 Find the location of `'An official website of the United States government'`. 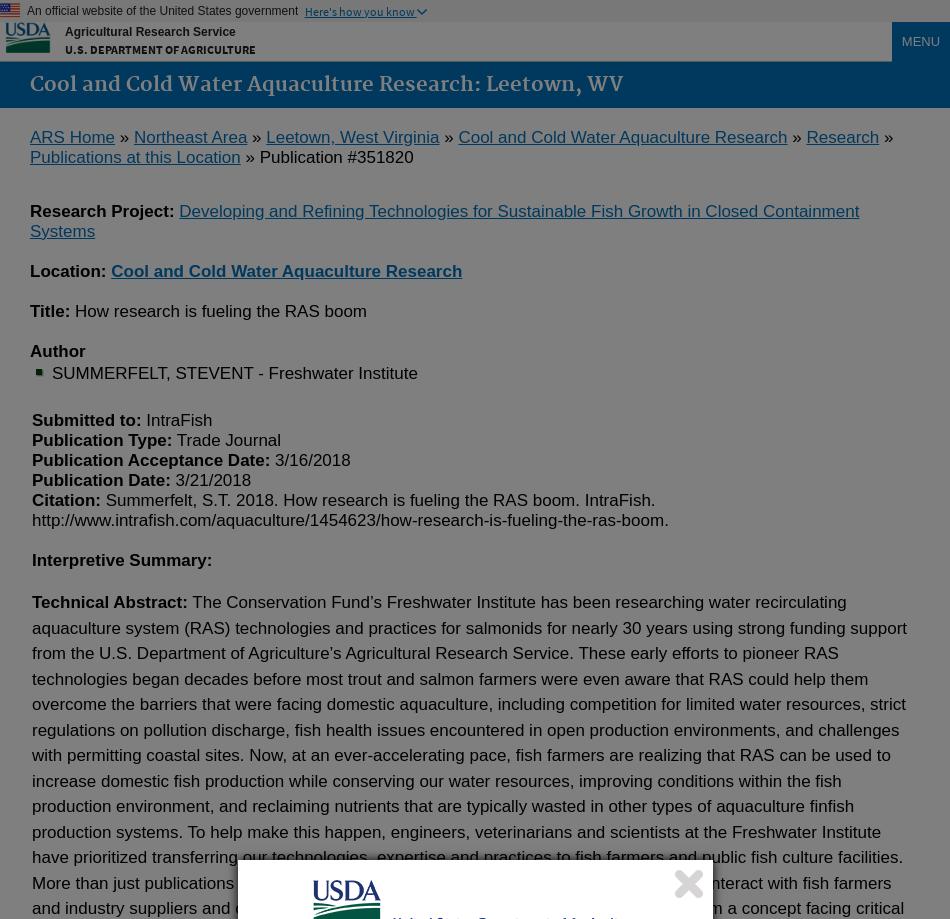

'An official website of the United States government' is located at coordinates (162, 11).